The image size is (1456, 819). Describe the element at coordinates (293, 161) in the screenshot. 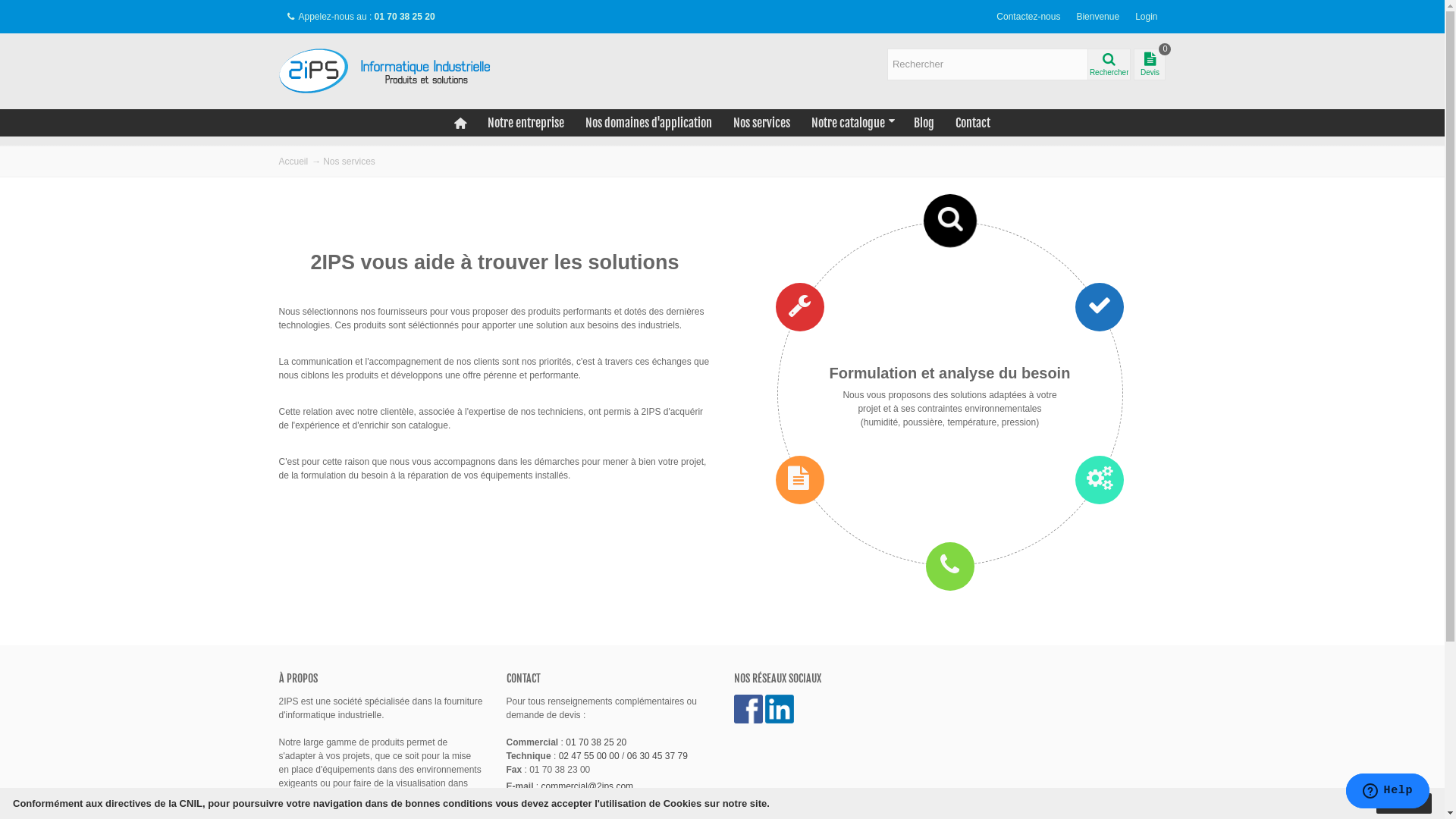

I see `'Accueil'` at that location.